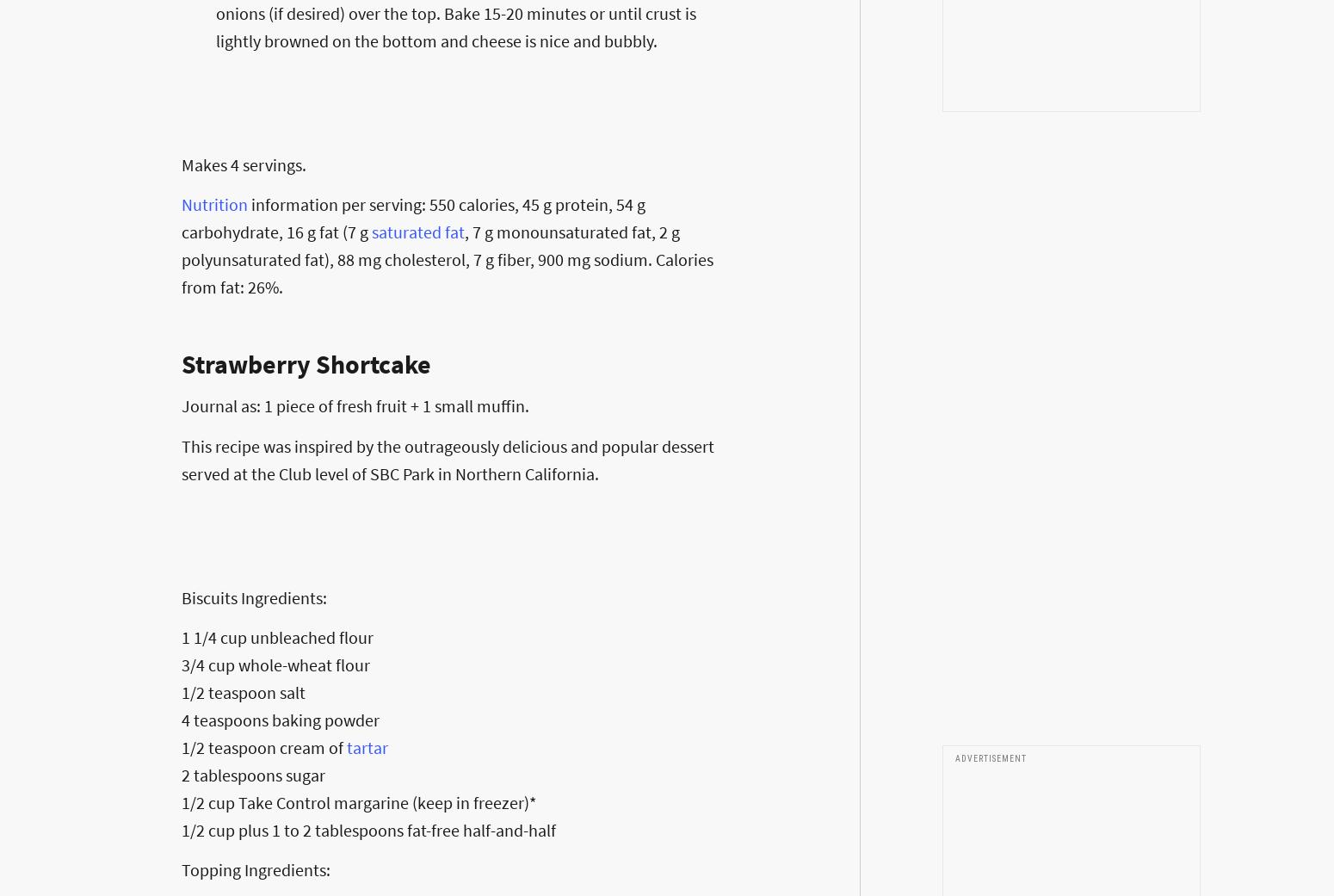 This screenshot has width=1334, height=896. What do you see at coordinates (264, 745) in the screenshot?
I see `'1/2 teaspoon cream of'` at bounding box center [264, 745].